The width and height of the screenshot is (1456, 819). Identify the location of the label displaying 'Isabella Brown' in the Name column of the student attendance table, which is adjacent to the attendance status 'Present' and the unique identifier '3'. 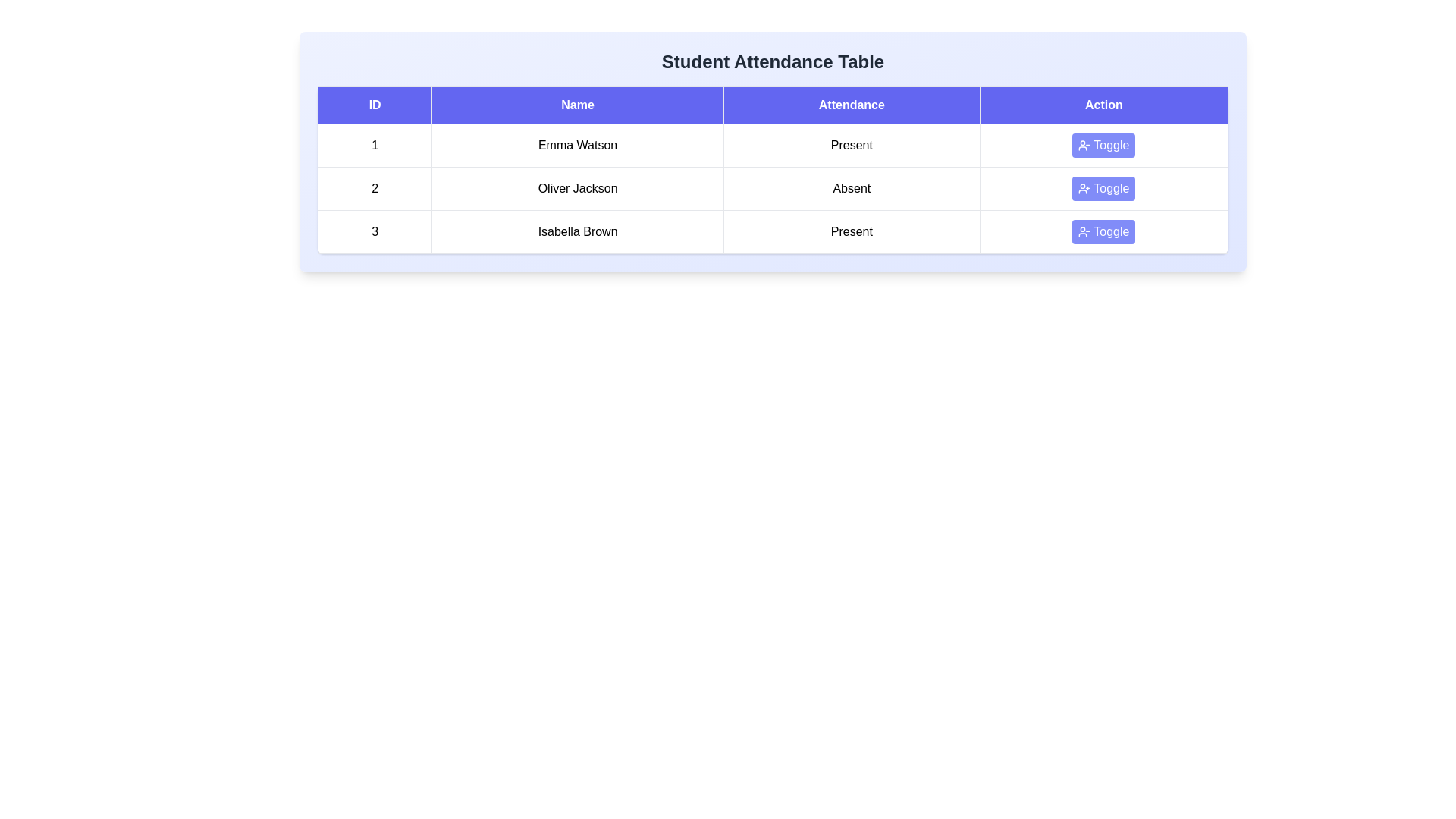
(577, 231).